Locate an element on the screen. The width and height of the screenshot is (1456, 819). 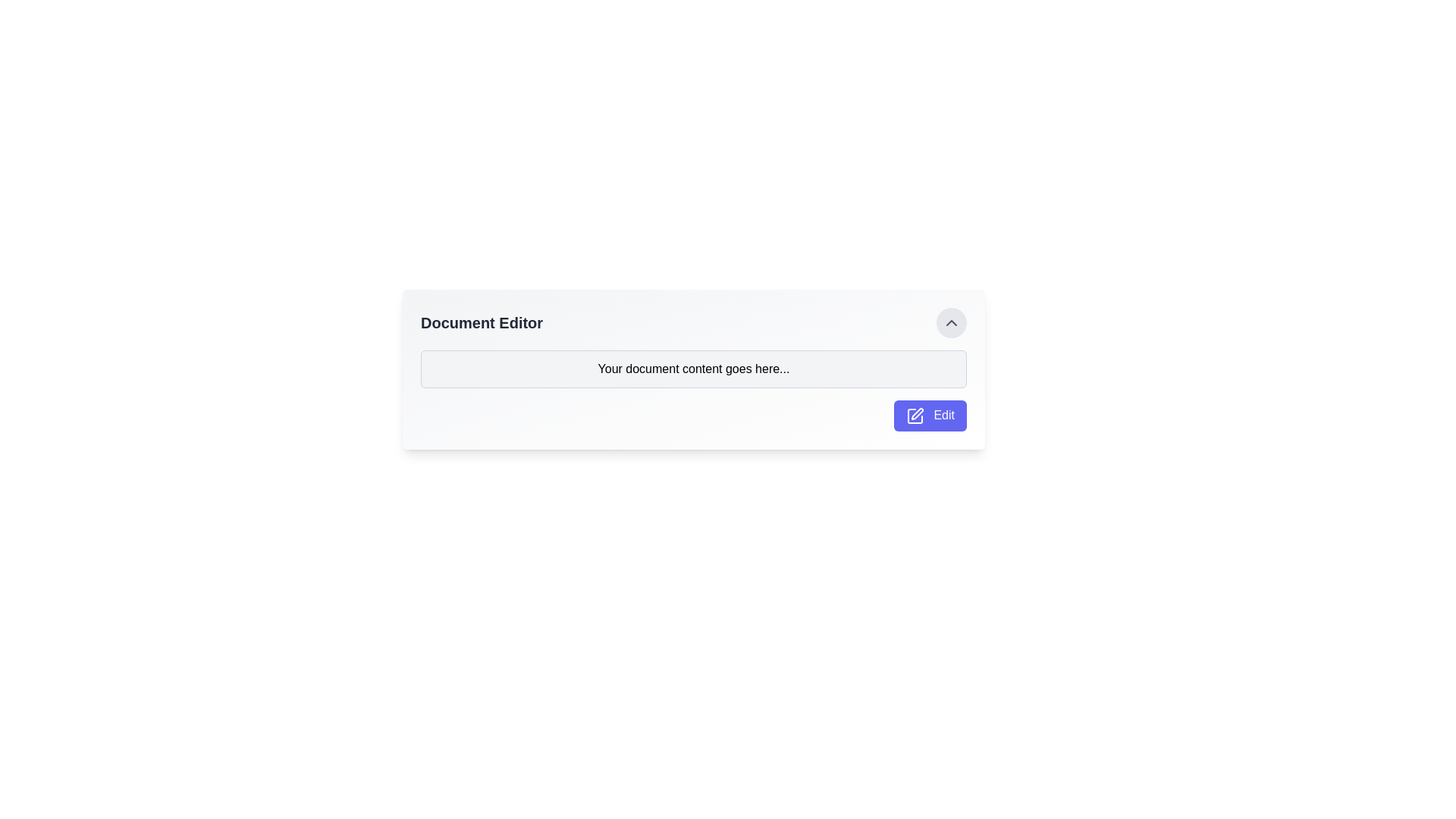
the edit button located at the bottom-right corner of the 'Document Editor' section is located at coordinates (930, 416).